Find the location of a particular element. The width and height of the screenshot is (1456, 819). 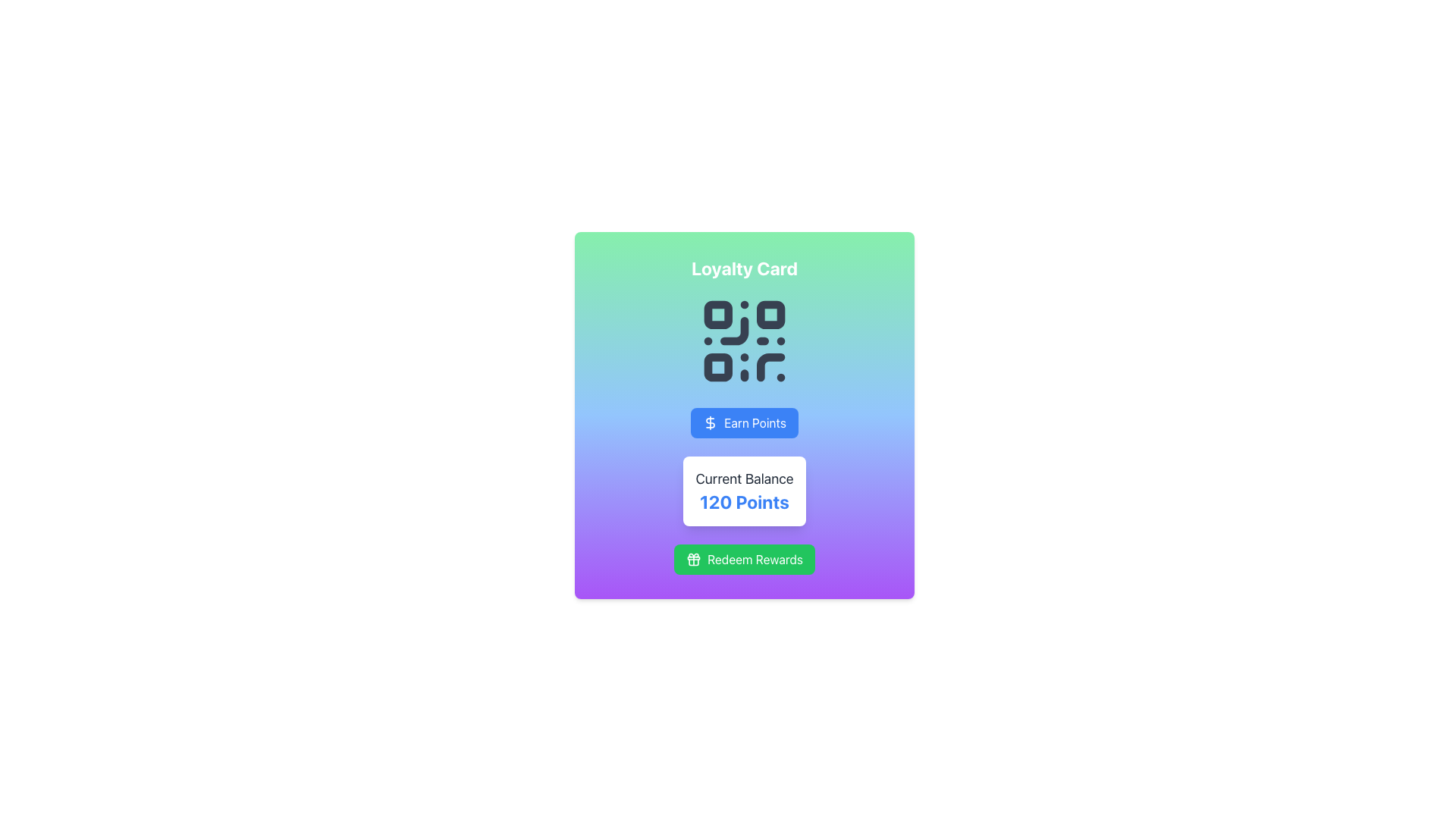

the 'Redeem Rewards' button which contains the rewards icon located at the bottom of the interface is located at coordinates (693, 559).